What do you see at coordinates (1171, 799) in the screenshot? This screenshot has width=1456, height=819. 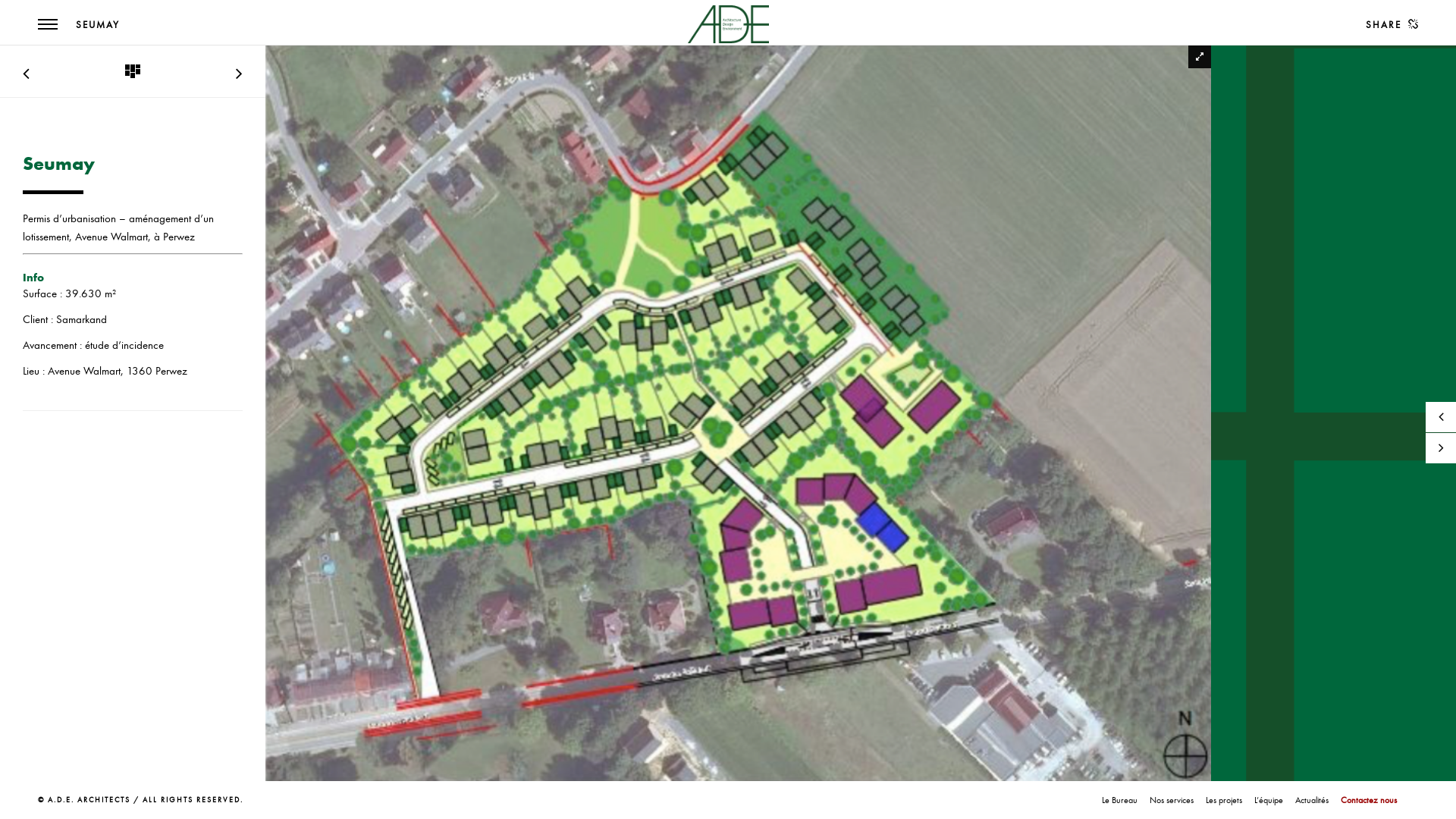 I see `'Nos services'` at bounding box center [1171, 799].